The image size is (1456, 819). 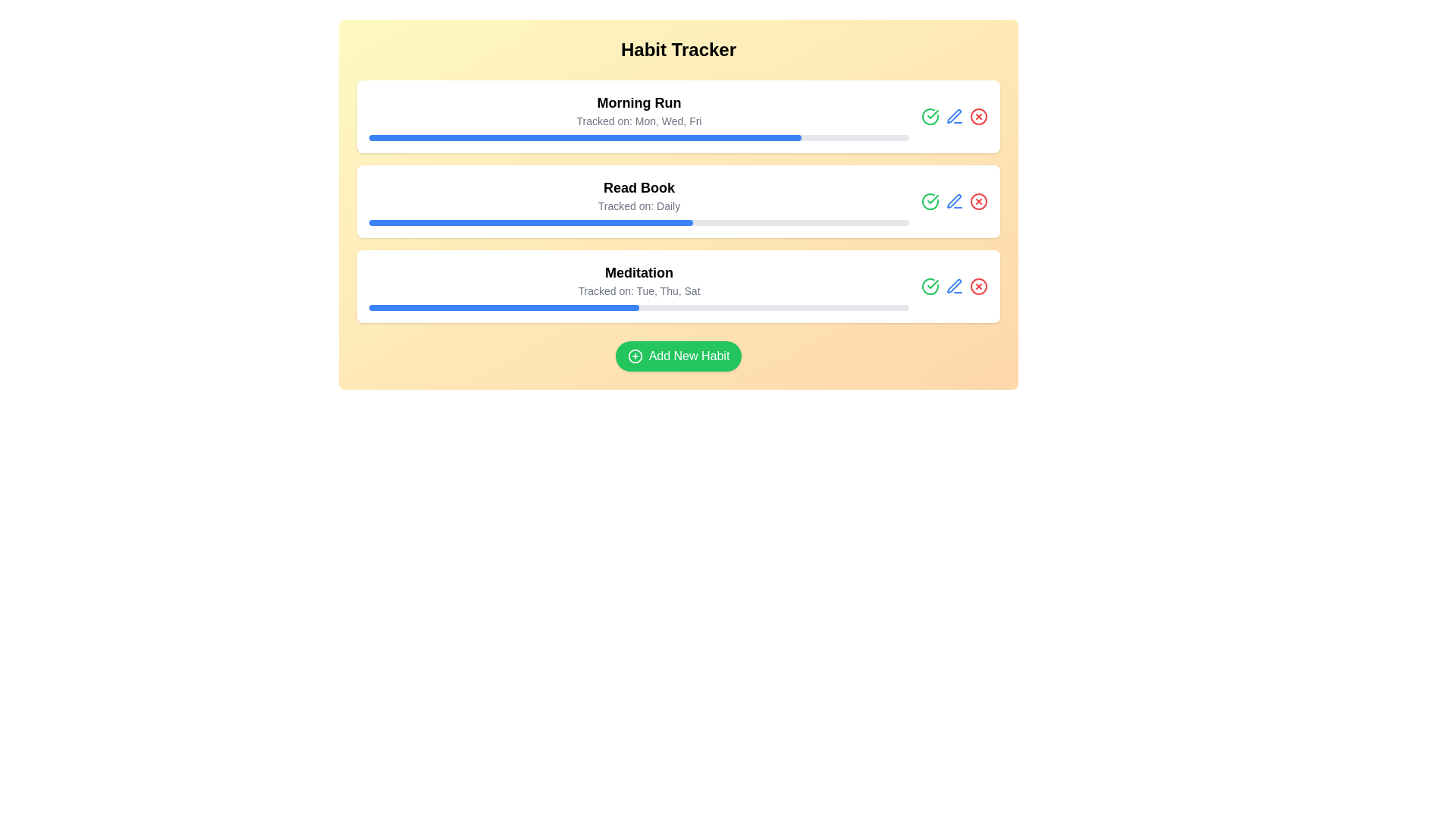 I want to click on the progress bar of the Habit tracker card titled 'Meditation', which displays the activity name in bold and a note about tracking days, with the progress visually represented by a blue section, so click(x=639, y=287).